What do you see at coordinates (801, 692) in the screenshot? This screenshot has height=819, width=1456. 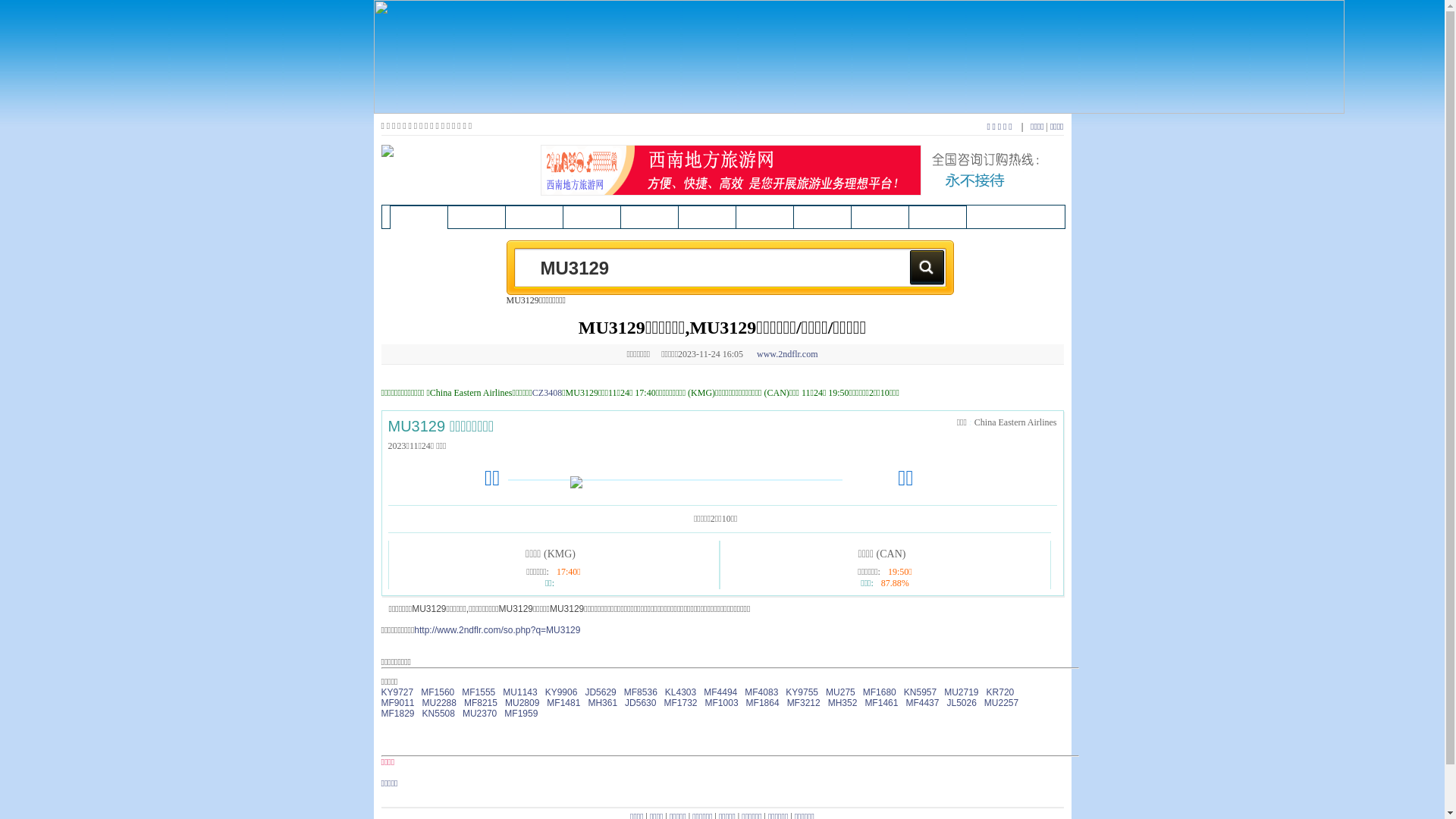 I see `'KY9755'` at bounding box center [801, 692].